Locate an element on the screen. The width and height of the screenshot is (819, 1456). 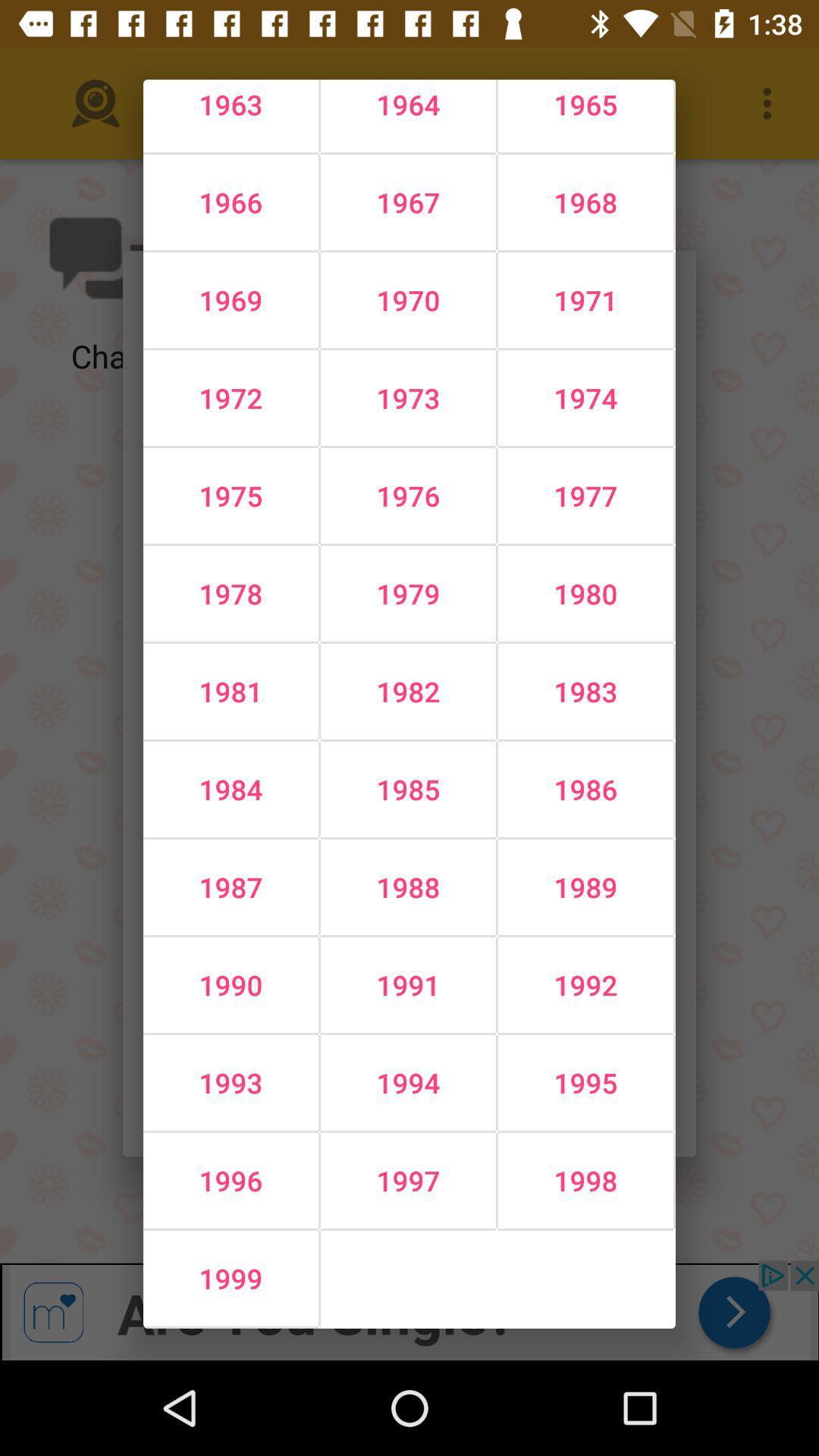
1972 icon is located at coordinates (231, 397).